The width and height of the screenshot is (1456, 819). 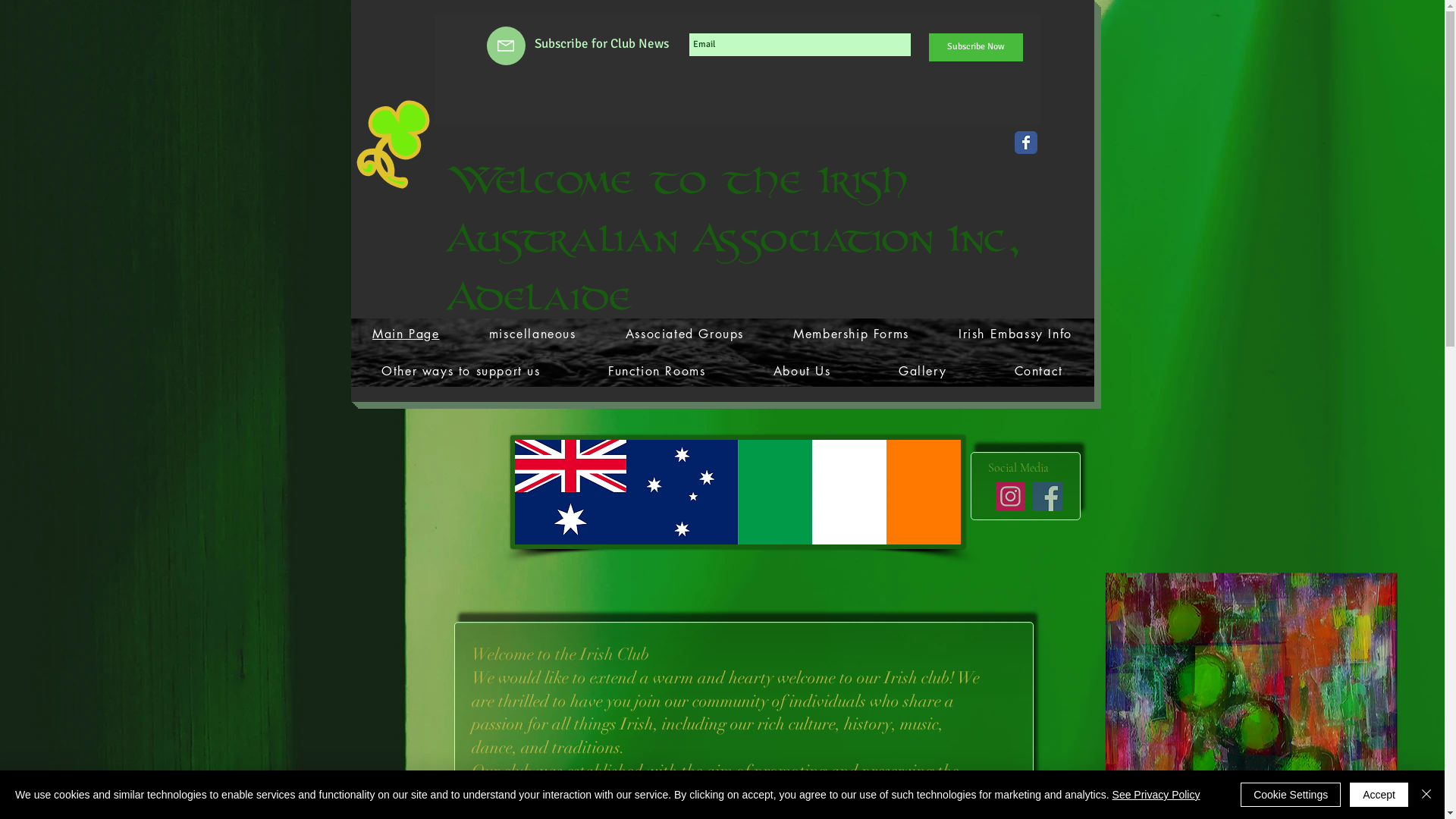 I want to click on 'Membership Forms', so click(x=852, y=333).